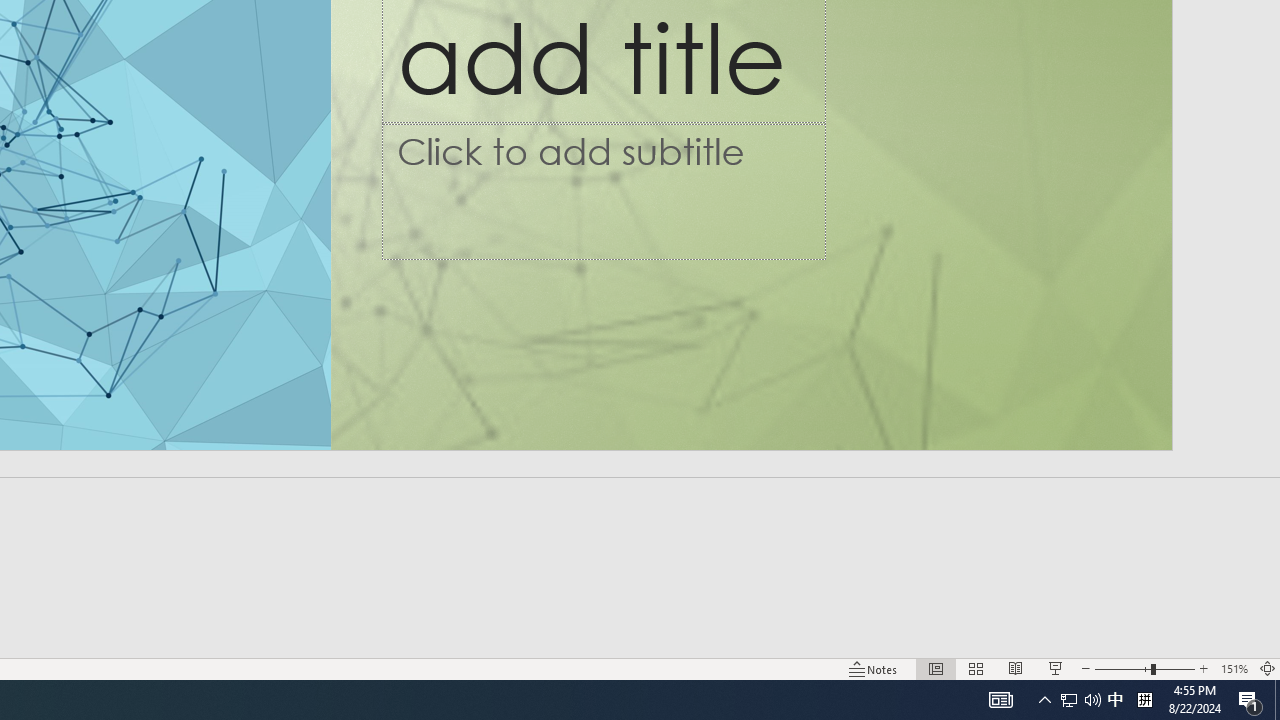  I want to click on 'Zoom 151%', so click(1233, 669).